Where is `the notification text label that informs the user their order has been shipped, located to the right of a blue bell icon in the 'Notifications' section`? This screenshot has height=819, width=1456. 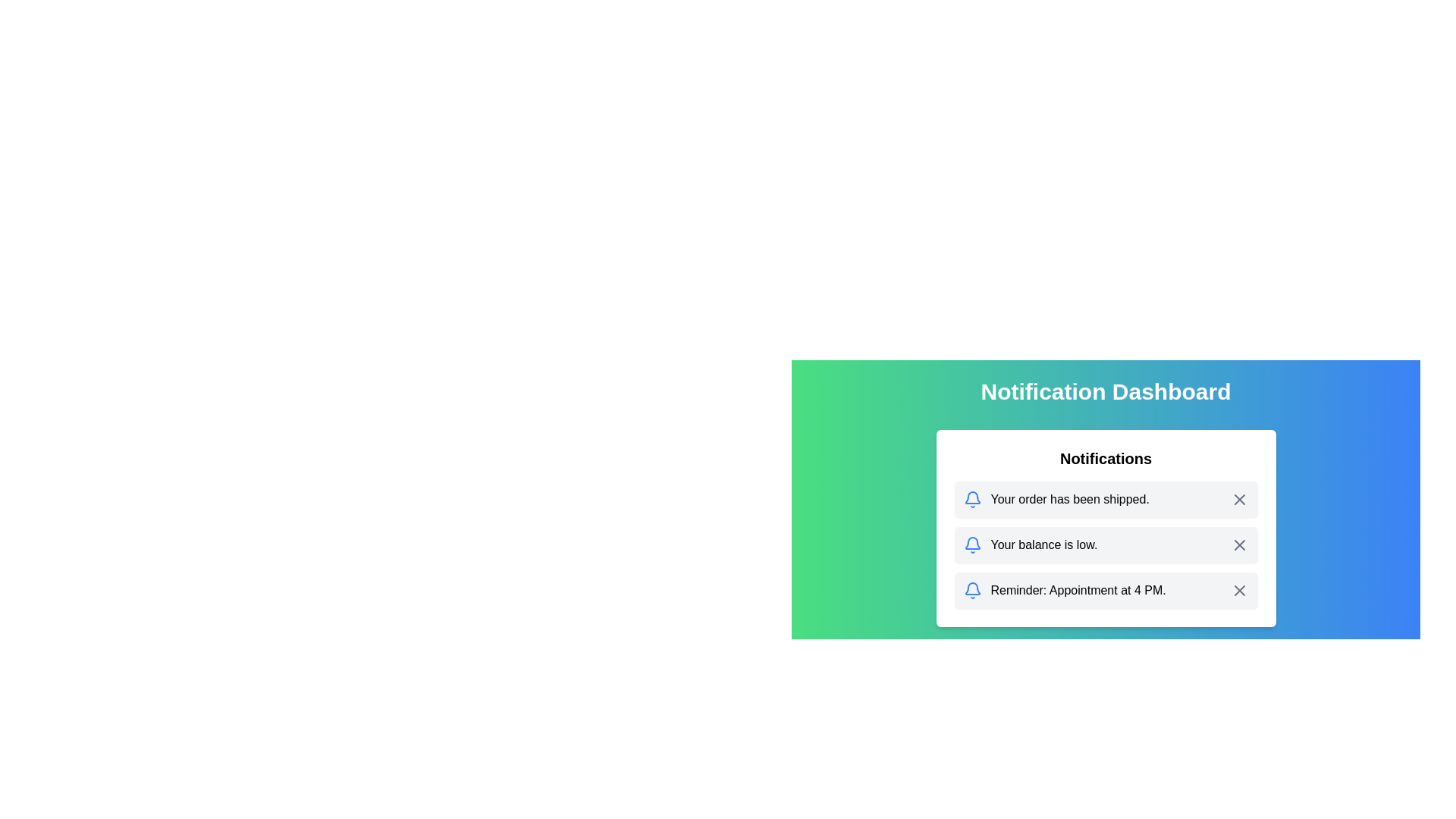 the notification text label that informs the user their order has been shipped, located to the right of a blue bell icon in the 'Notifications' section is located at coordinates (1069, 500).